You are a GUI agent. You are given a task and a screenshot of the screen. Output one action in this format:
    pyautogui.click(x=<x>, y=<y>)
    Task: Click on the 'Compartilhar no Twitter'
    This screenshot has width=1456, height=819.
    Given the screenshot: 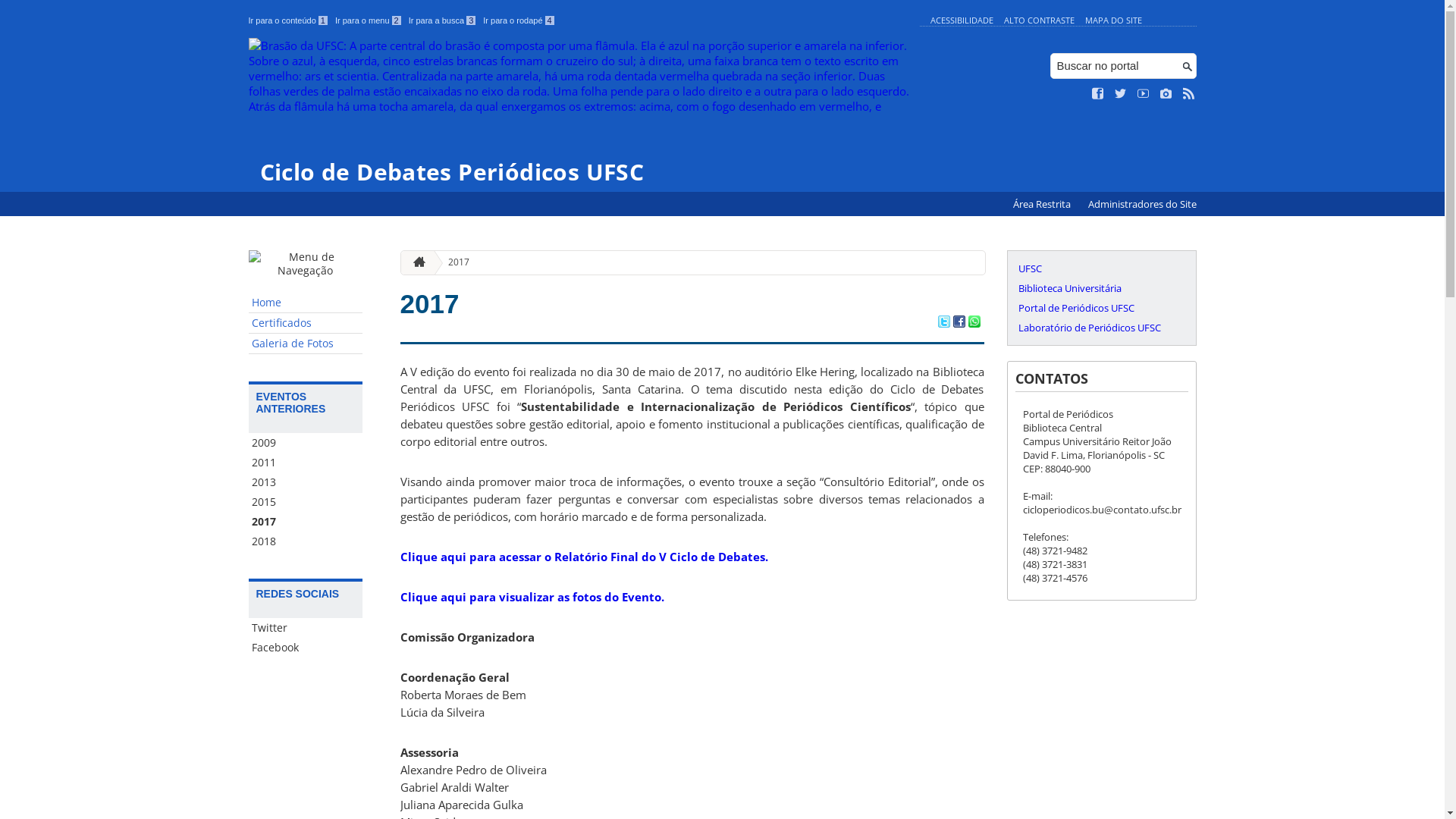 What is the action you would take?
    pyautogui.click(x=937, y=322)
    